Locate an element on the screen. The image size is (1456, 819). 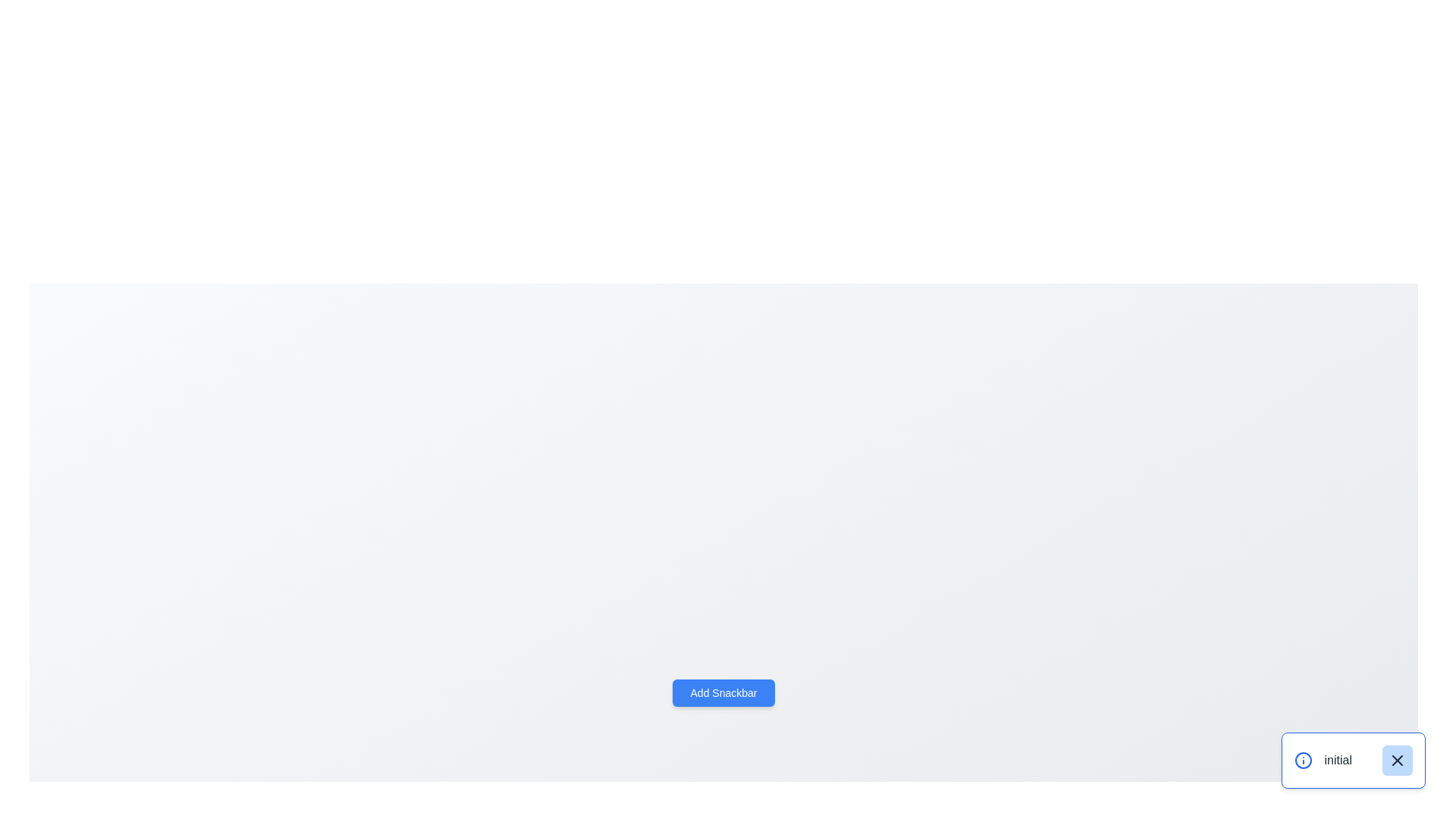
the innermost circular part of the information icon in the bottom-right corner of the interface is located at coordinates (1302, 760).